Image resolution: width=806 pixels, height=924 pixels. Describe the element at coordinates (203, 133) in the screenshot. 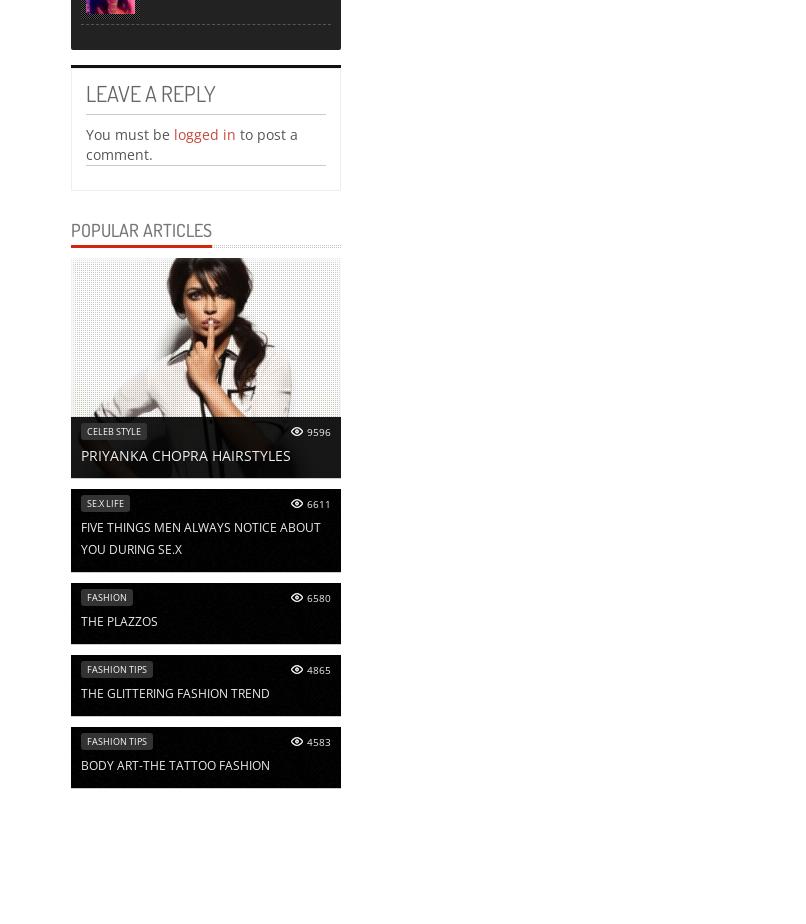

I see `'logged in'` at that location.